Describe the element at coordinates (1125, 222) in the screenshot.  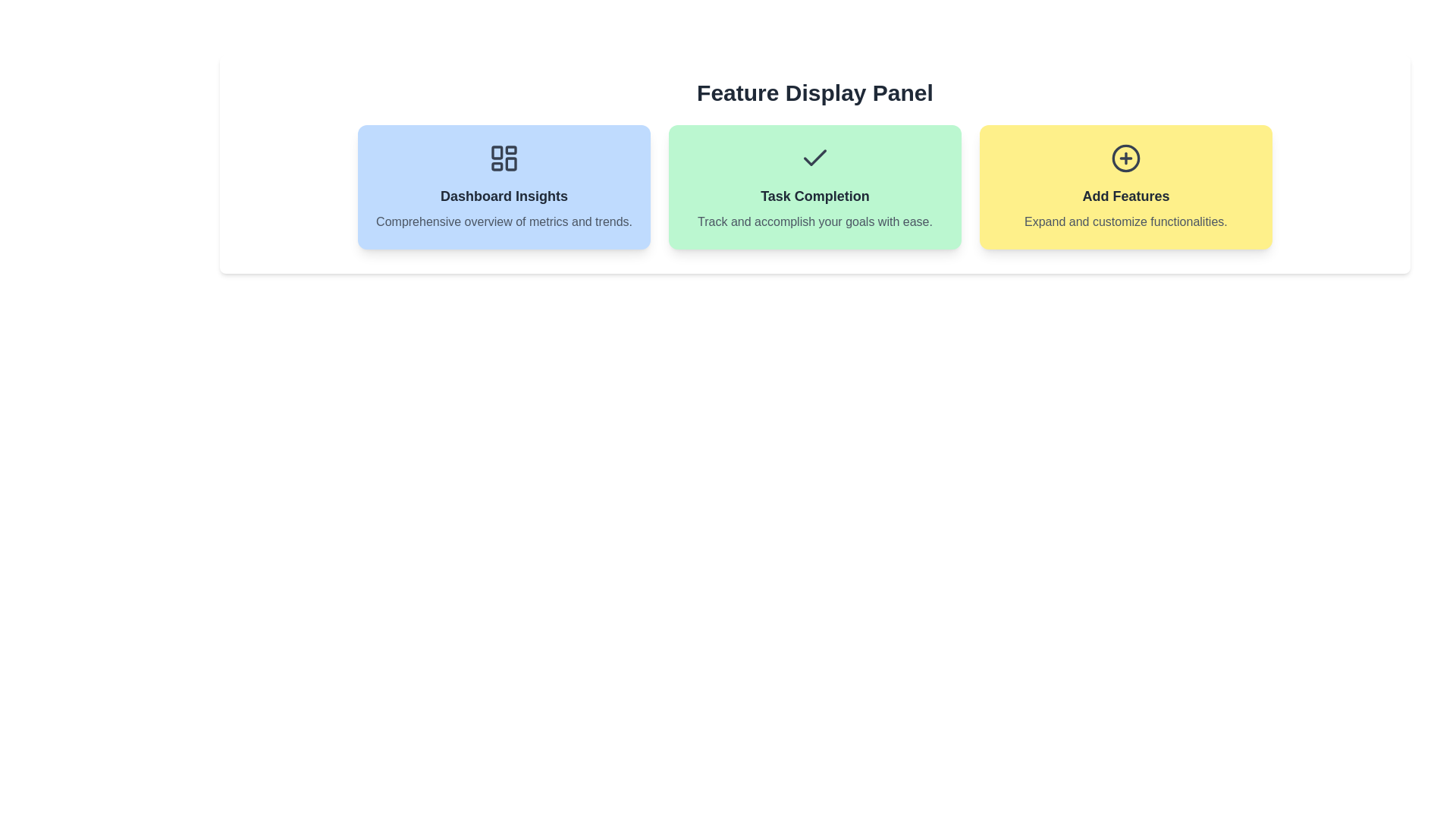
I see `the descriptive text label for the 'Add Features' card, located at the bottom segment of the card` at that location.